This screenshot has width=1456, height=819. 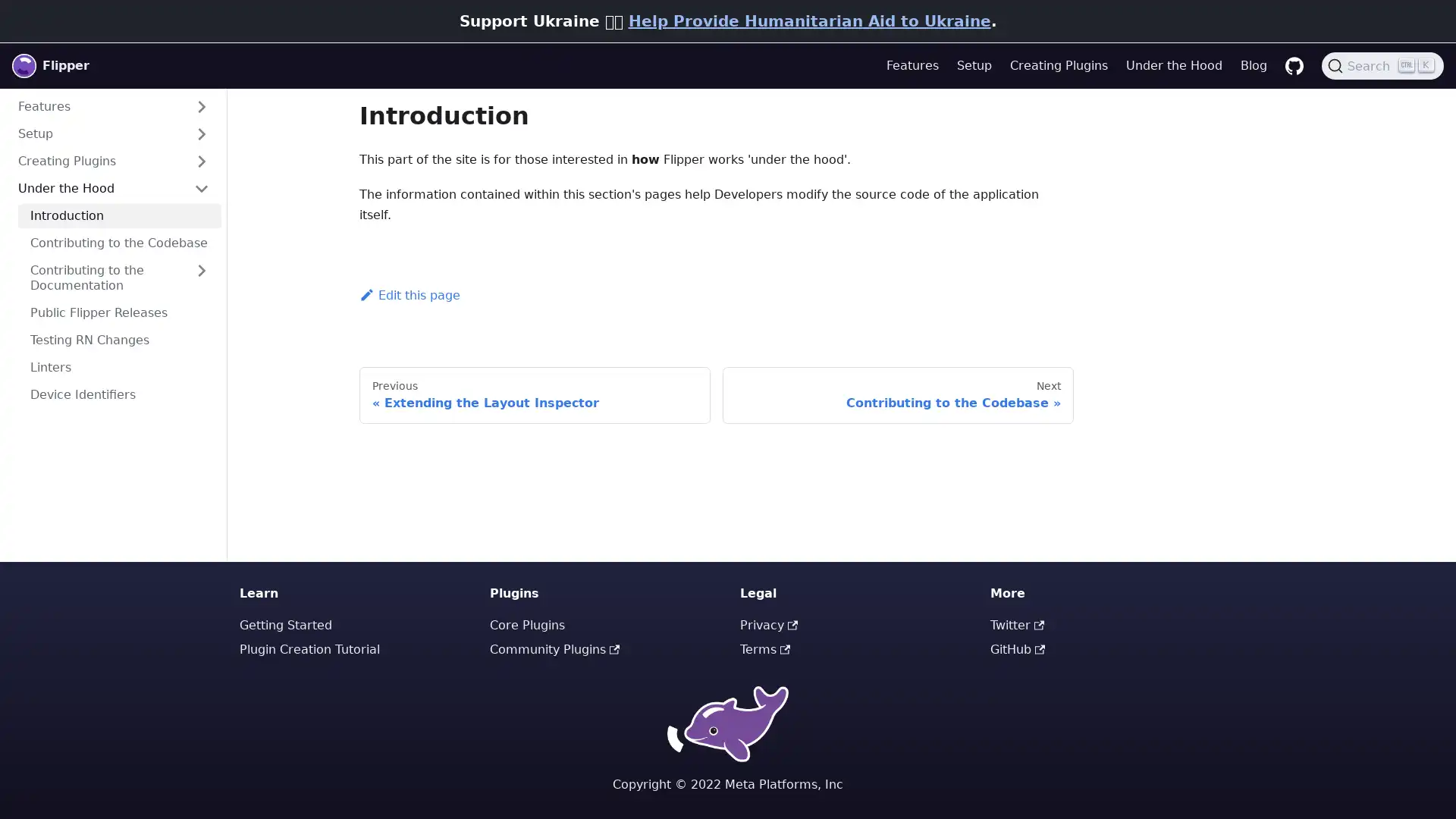 What do you see at coordinates (1382, 65) in the screenshot?
I see `Search` at bounding box center [1382, 65].